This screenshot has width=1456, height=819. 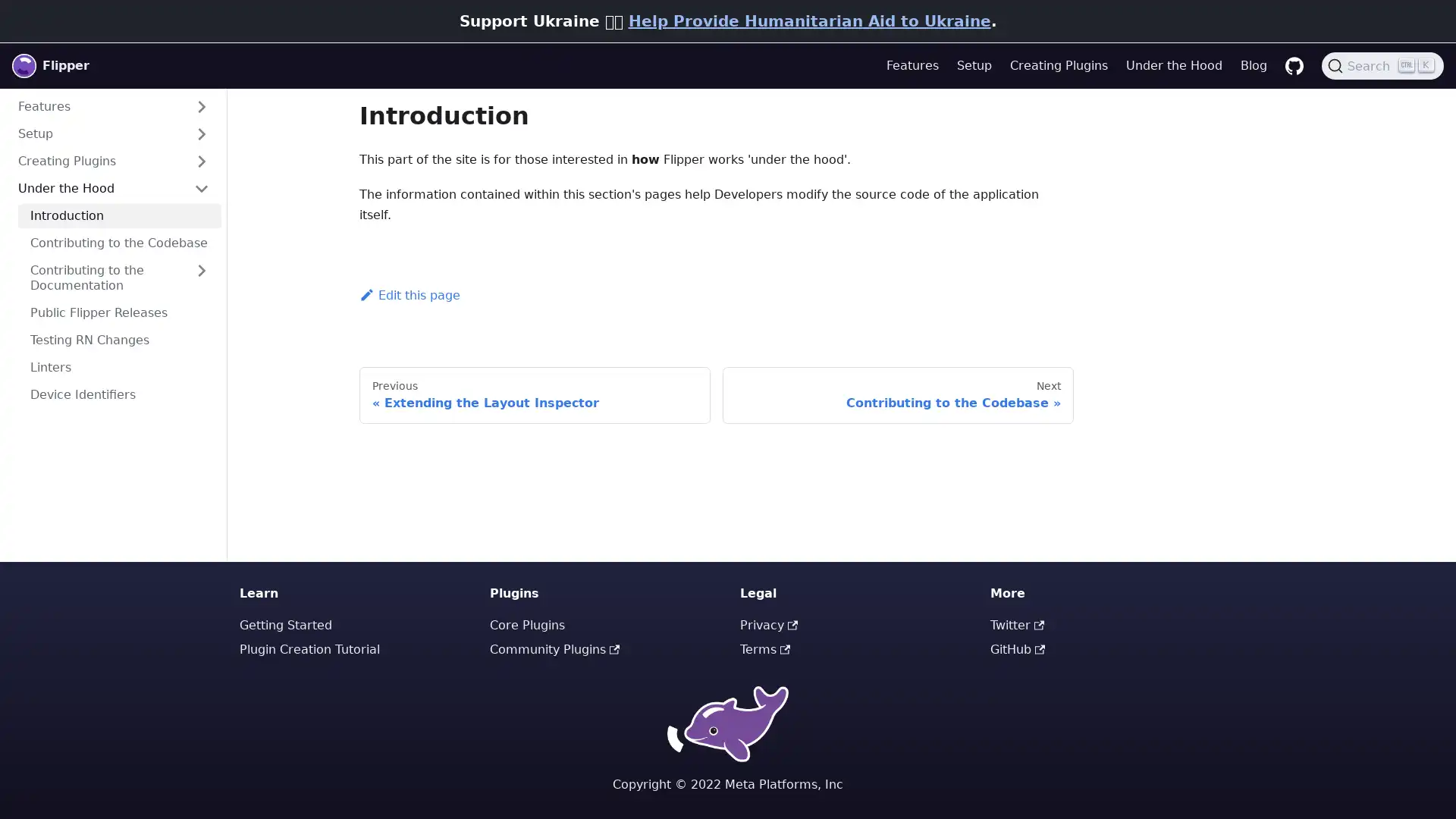 What do you see at coordinates (1382, 65) in the screenshot?
I see `Search` at bounding box center [1382, 65].